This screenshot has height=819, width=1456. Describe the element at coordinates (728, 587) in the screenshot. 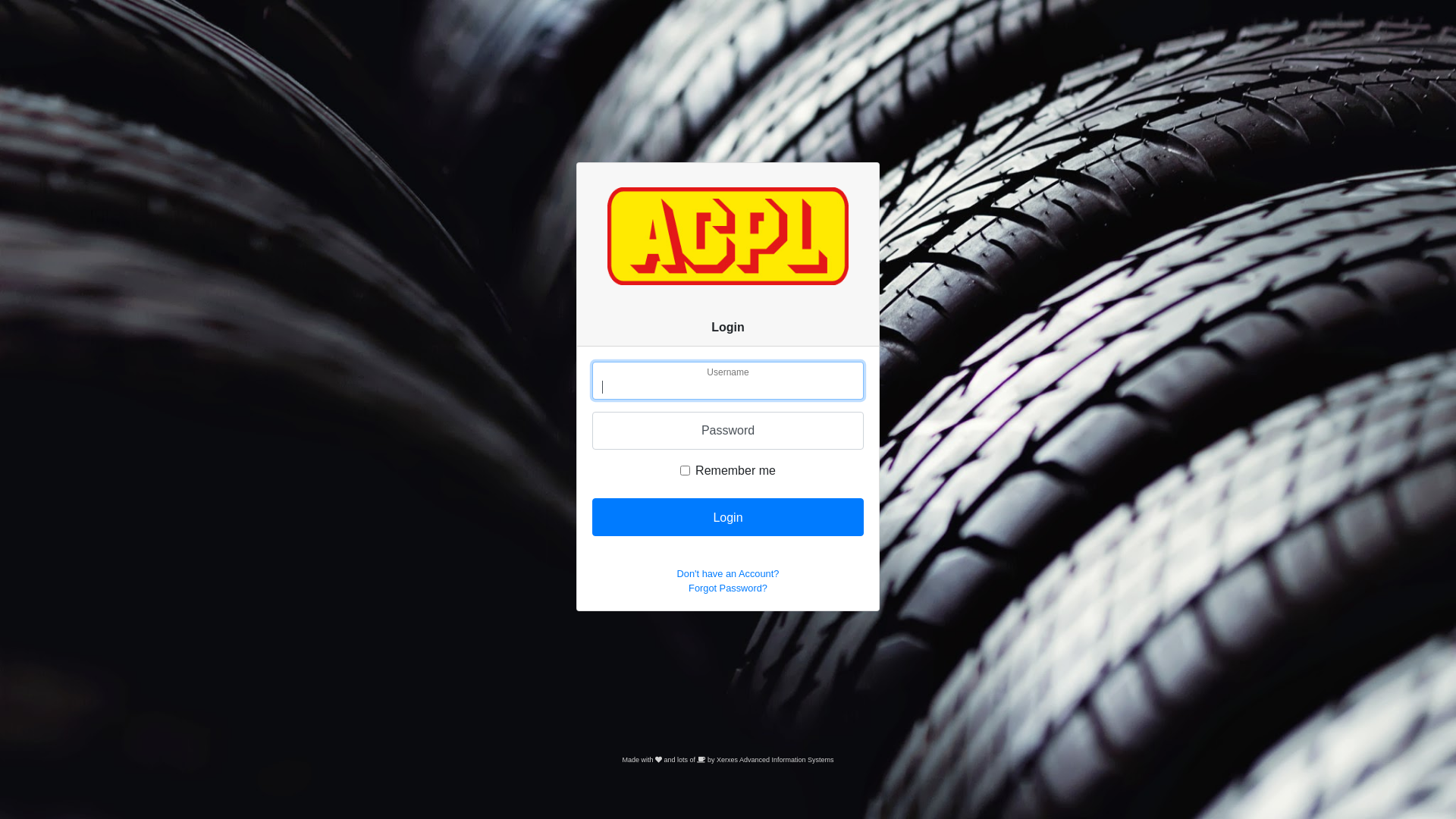

I see `'Forgot Password?'` at that location.